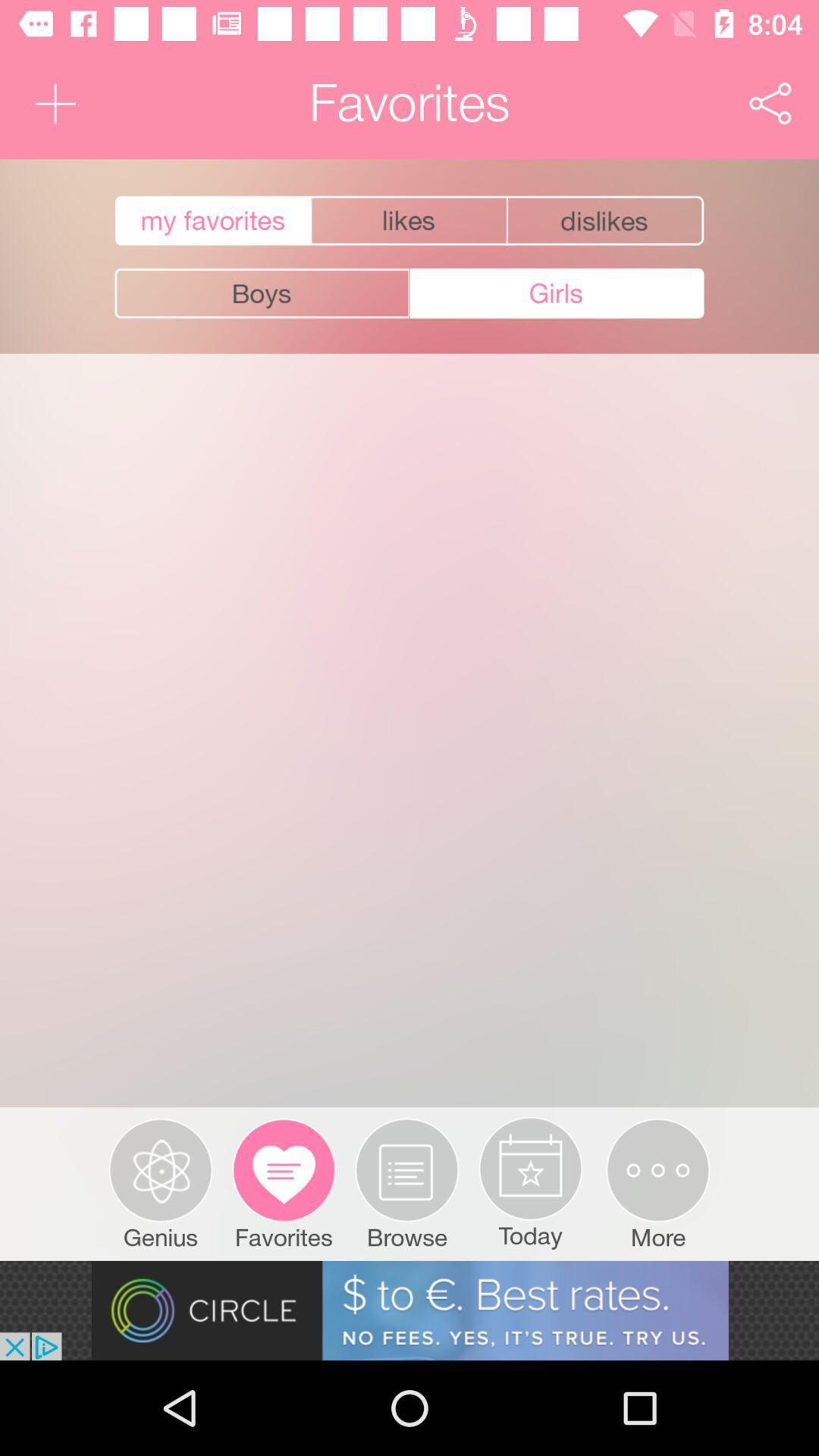  What do you see at coordinates (557, 293) in the screenshot?
I see `girls` at bounding box center [557, 293].